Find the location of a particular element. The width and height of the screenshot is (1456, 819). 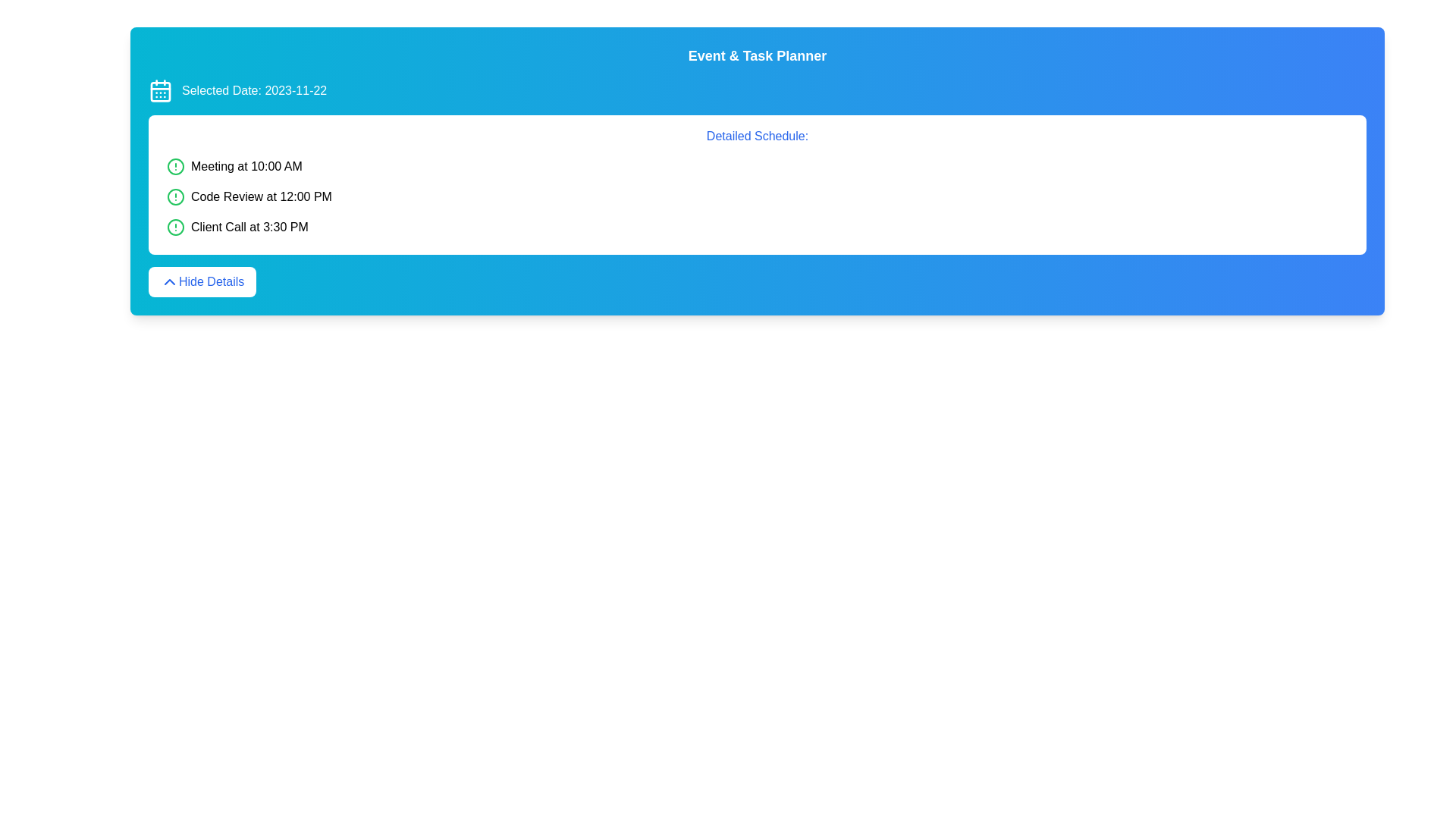

the text element reading 'Code Review at 12:00 PM', which is the second item in the list of scheduled events, located centrally within a white card with a blue header is located at coordinates (262, 196).